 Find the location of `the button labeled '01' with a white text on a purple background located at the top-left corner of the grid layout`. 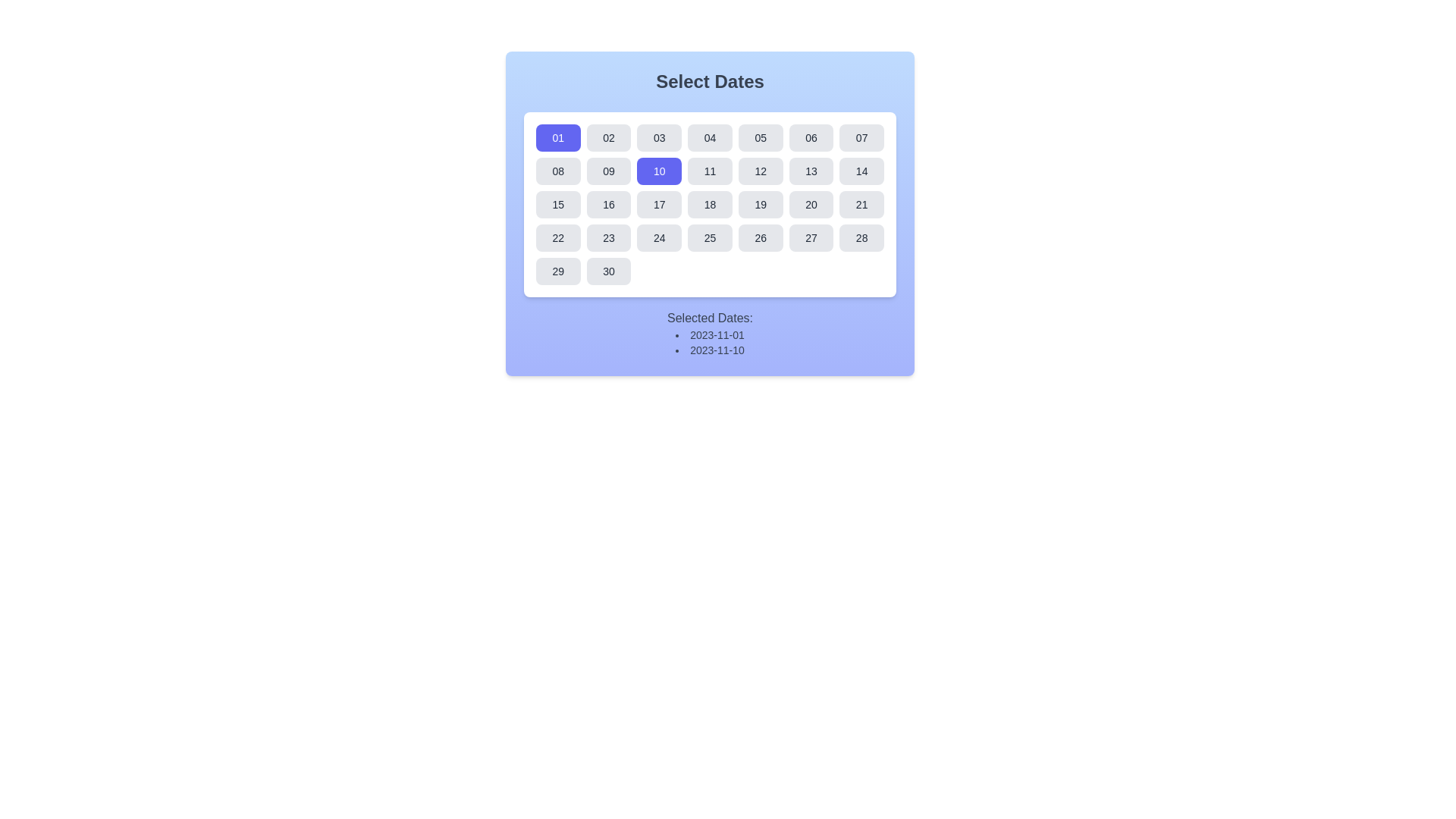

the button labeled '01' with a white text on a purple background located at the top-left corner of the grid layout is located at coordinates (557, 137).